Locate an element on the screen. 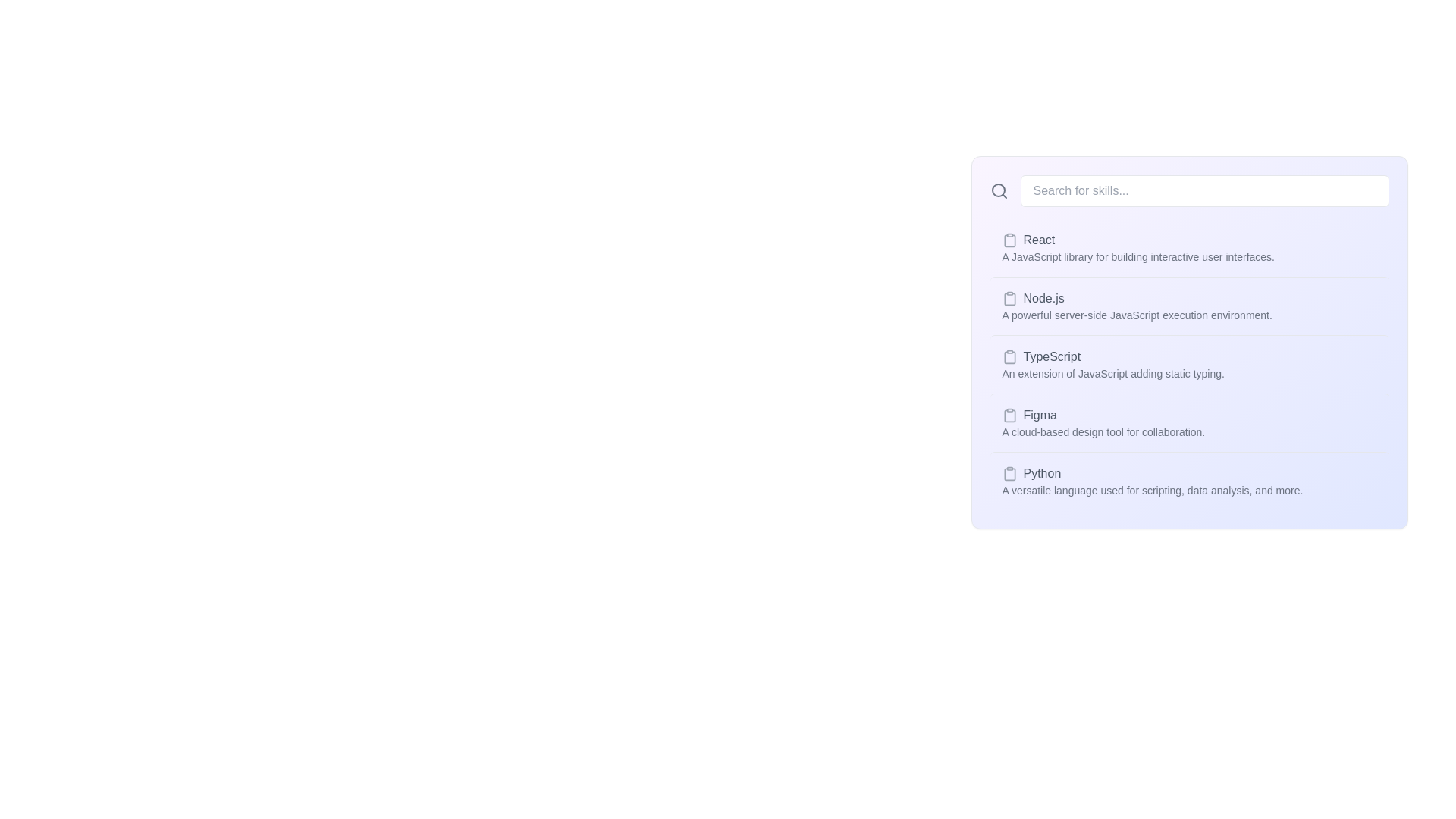  the first list item containing the text 'React: A JavaScript library for building interactive user interfaces.' is located at coordinates (1138, 247).